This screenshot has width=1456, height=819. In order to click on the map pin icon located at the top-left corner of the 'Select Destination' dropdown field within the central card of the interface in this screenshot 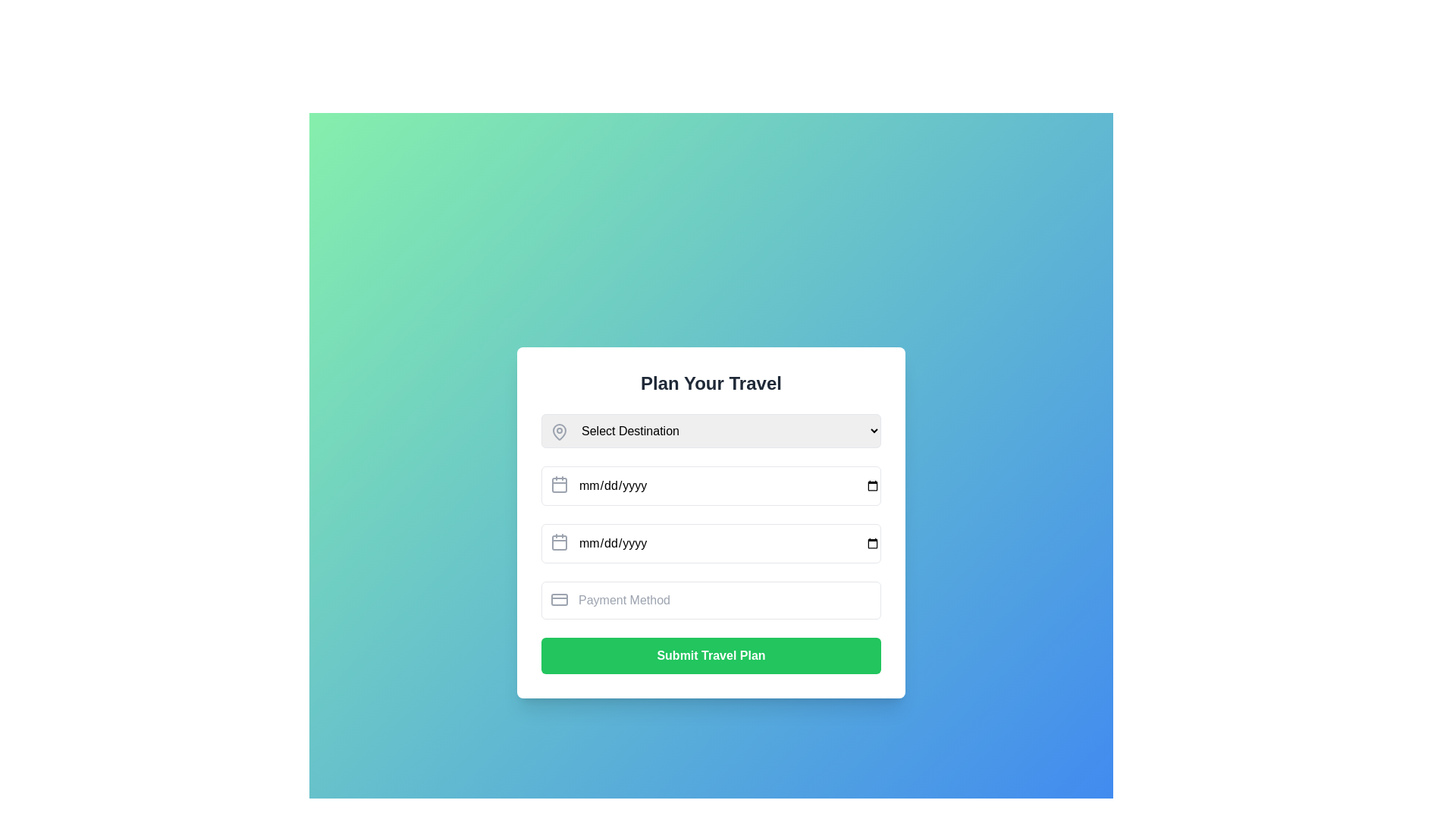, I will do `click(559, 431)`.